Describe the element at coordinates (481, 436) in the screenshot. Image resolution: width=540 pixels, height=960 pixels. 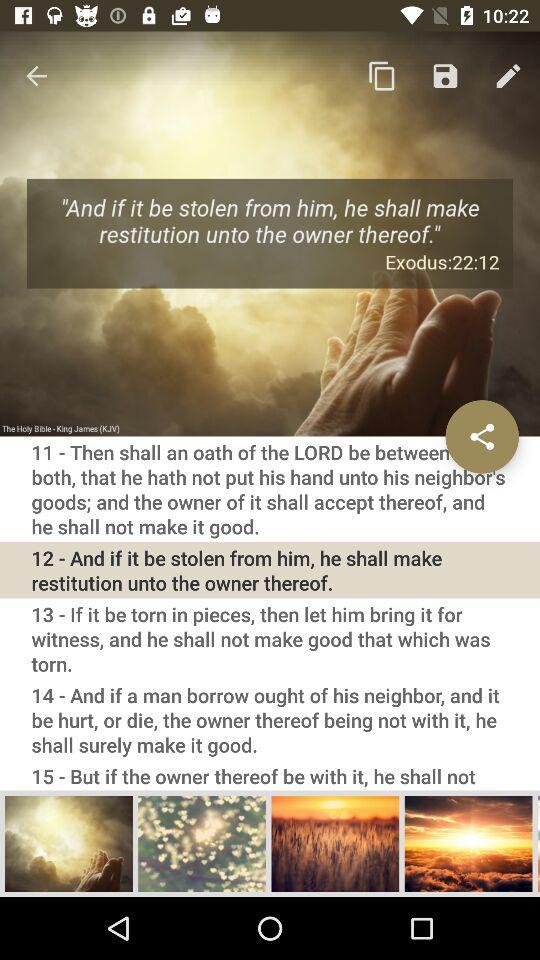
I see `share button` at that location.